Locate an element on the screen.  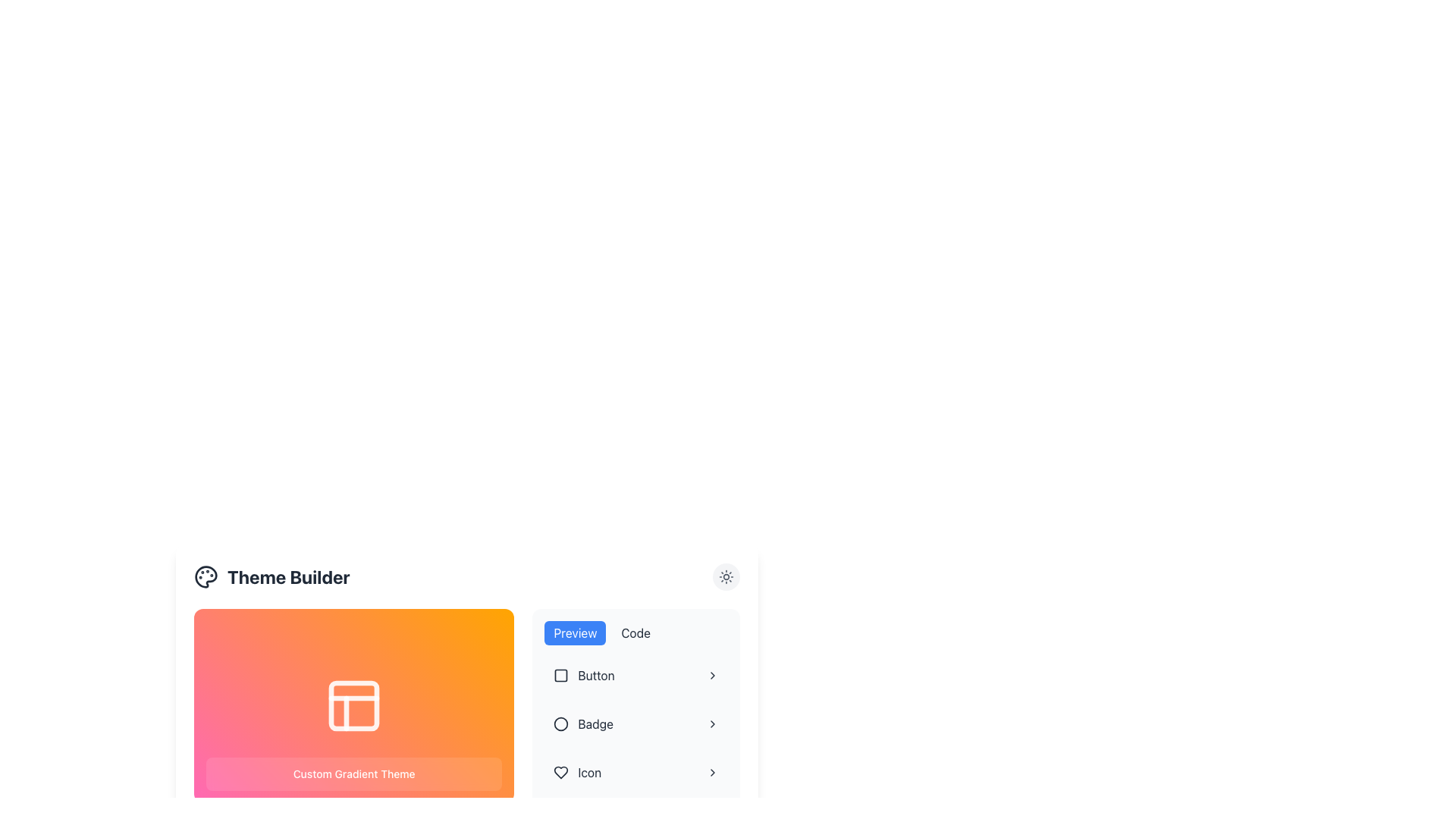
the Label or Informational Box that describes the theme of the card with the text 'Custom Gradient Theme', located at the bottom of the gradient-themed card is located at coordinates (353, 774).